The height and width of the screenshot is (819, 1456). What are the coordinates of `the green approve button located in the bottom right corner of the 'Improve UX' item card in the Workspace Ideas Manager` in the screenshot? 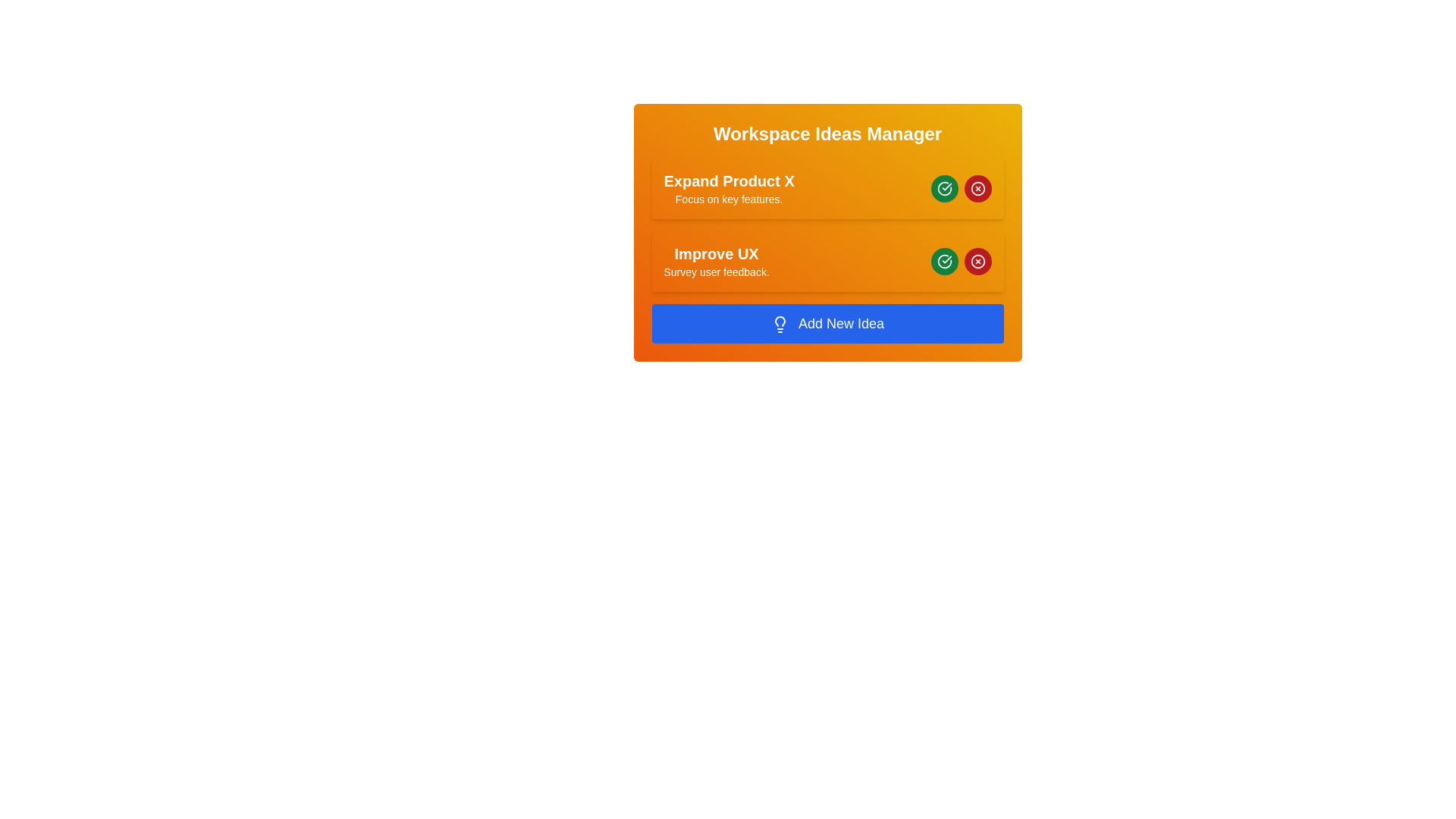 It's located at (960, 260).